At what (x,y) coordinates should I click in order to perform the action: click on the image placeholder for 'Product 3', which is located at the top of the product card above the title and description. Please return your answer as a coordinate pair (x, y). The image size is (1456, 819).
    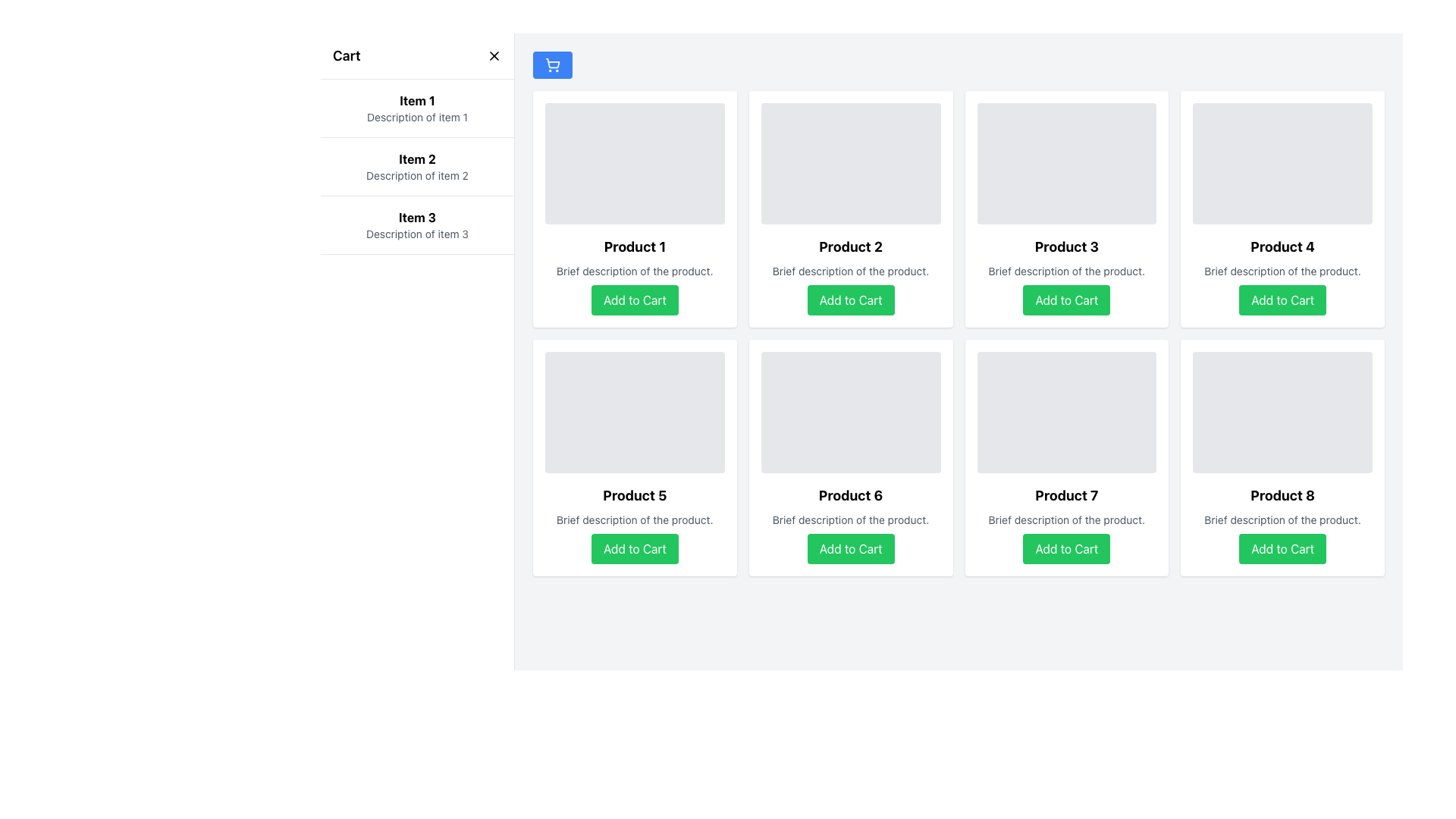
    Looking at the image, I should click on (1065, 164).